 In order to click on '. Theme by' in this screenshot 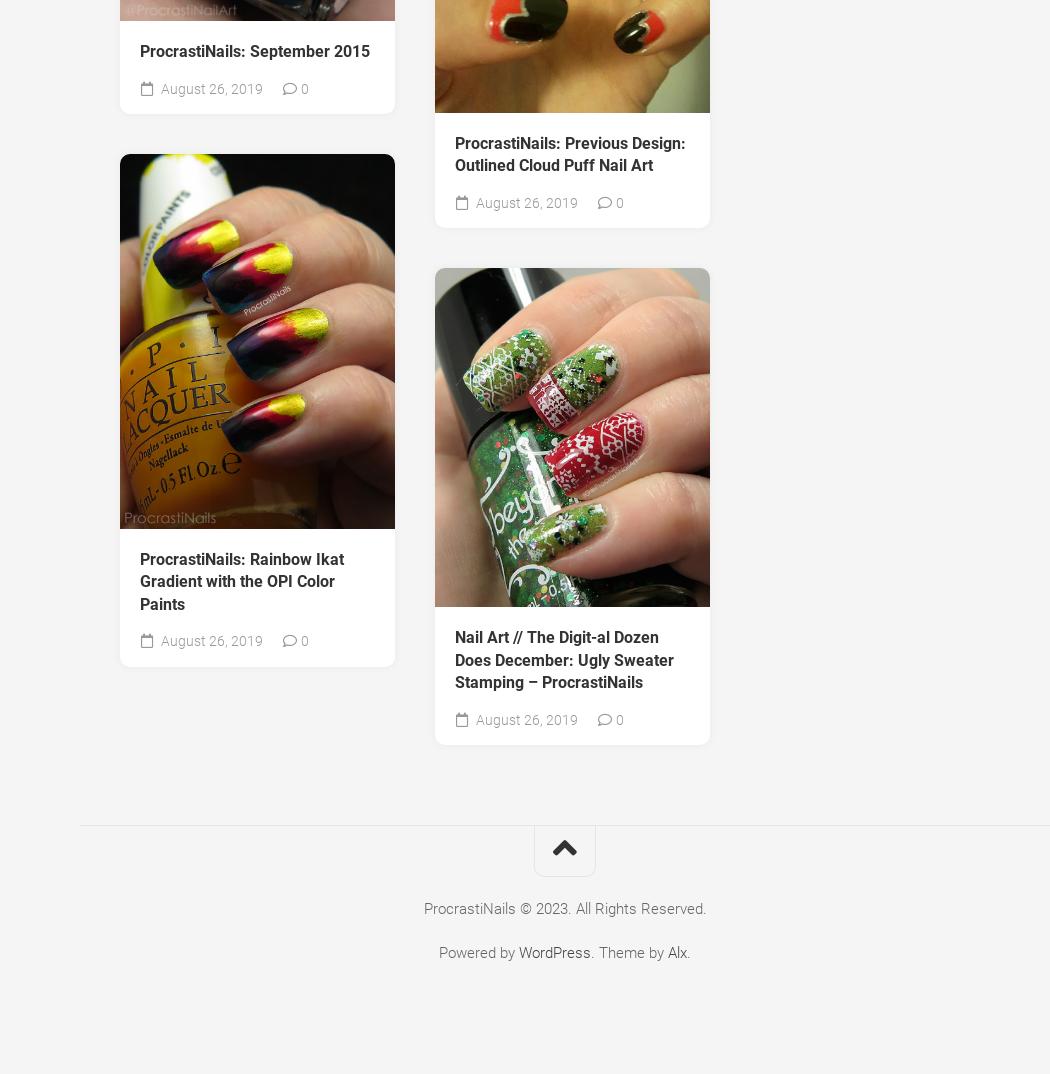, I will do `click(629, 952)`.